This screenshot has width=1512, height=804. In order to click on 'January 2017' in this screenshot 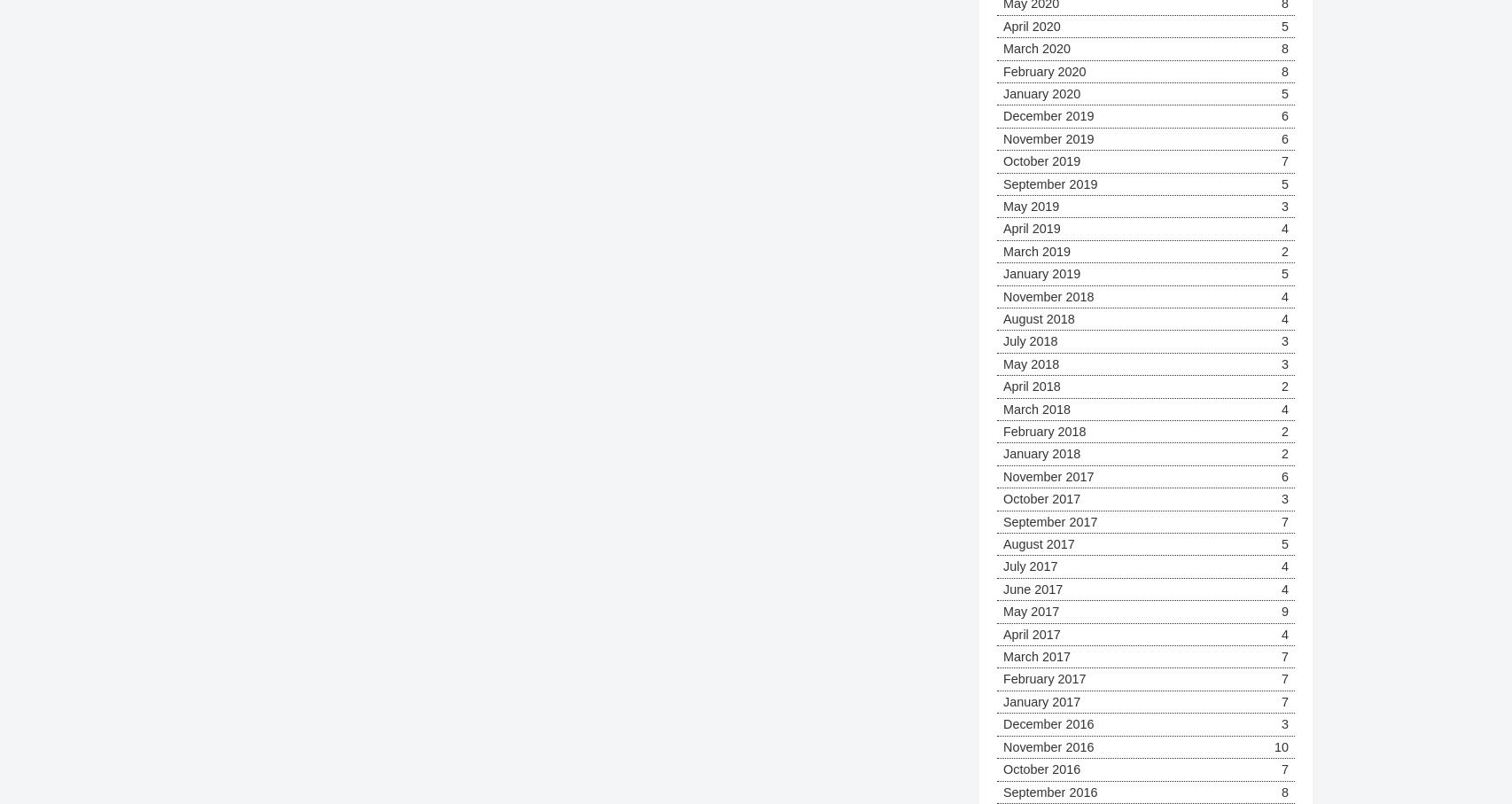, I will do `click(1041, 700)`.